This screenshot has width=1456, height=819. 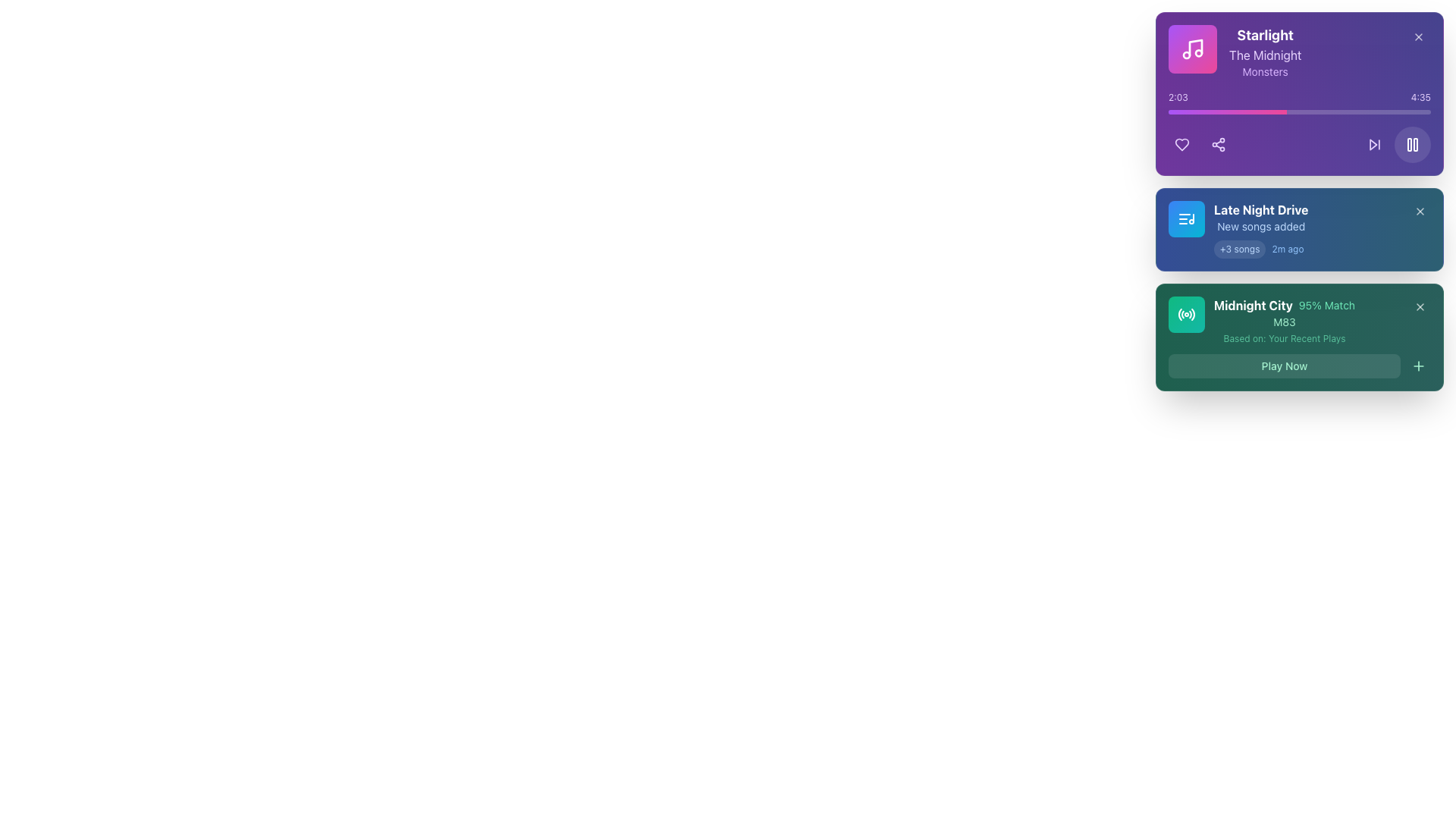 What do you see at coordinates (1298, 97) in the screenshot?
I see `the text-based time display showing '2:03' on the left and '4:35' on the right` at bounding box center [1298, 97].